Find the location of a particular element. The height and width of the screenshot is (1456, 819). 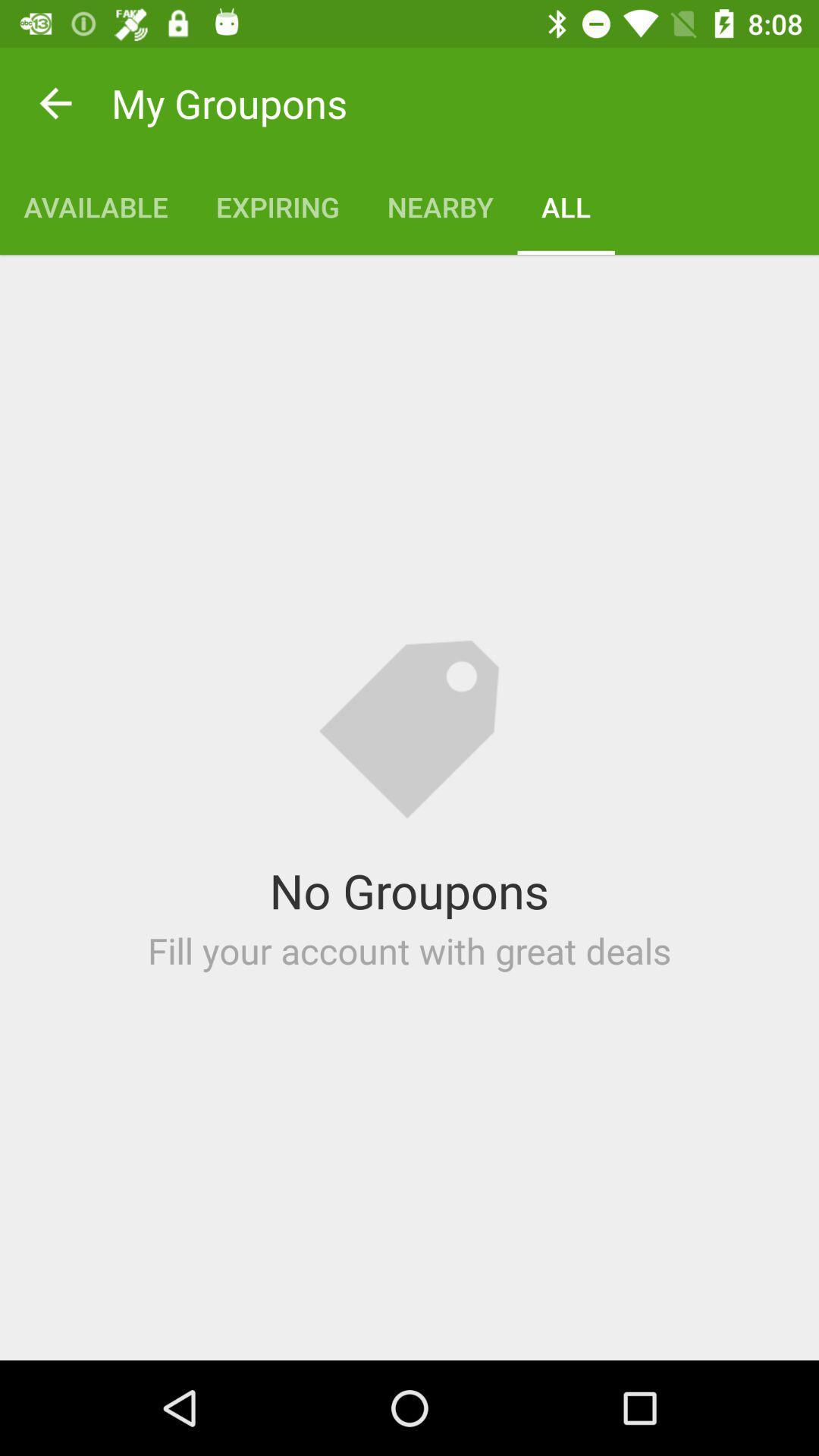

item to the right of nearby item is located at coordinates (566, 206).